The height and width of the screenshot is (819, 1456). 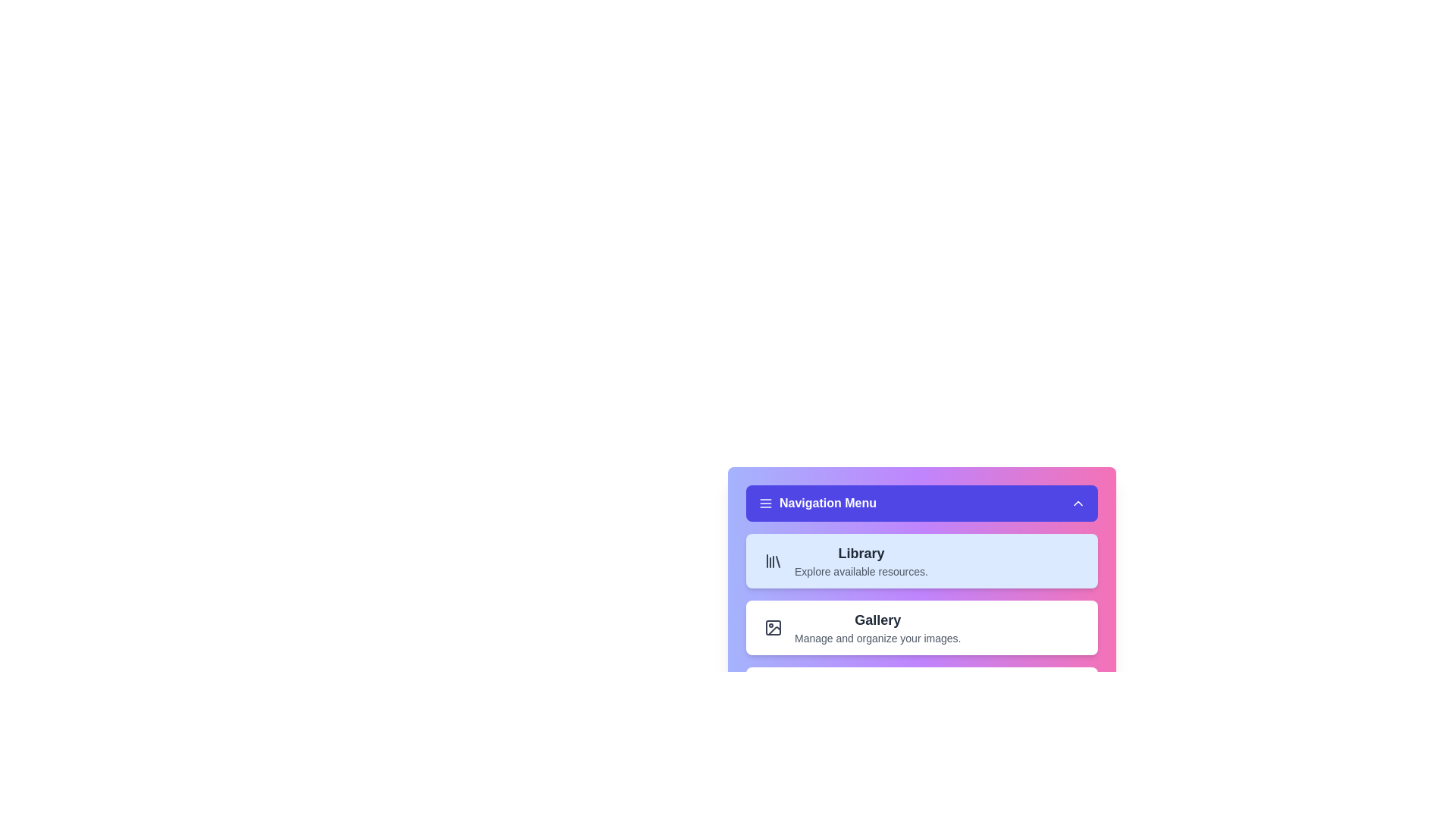 What do you see at coordinates (921, 628) in the screenshot?
I see `the menu option Gallery to observe its effects` at bounding box center [921, 628].